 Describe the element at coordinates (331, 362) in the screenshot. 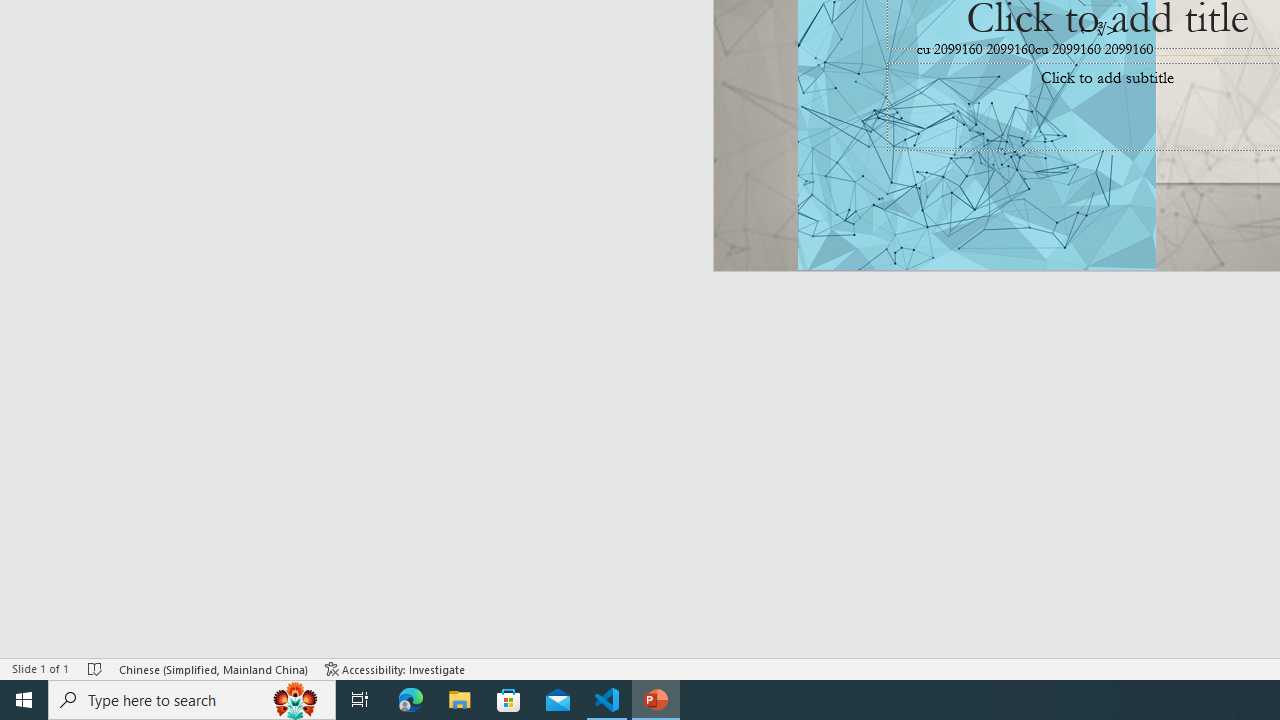

I see `'Outline Section'` at that location.